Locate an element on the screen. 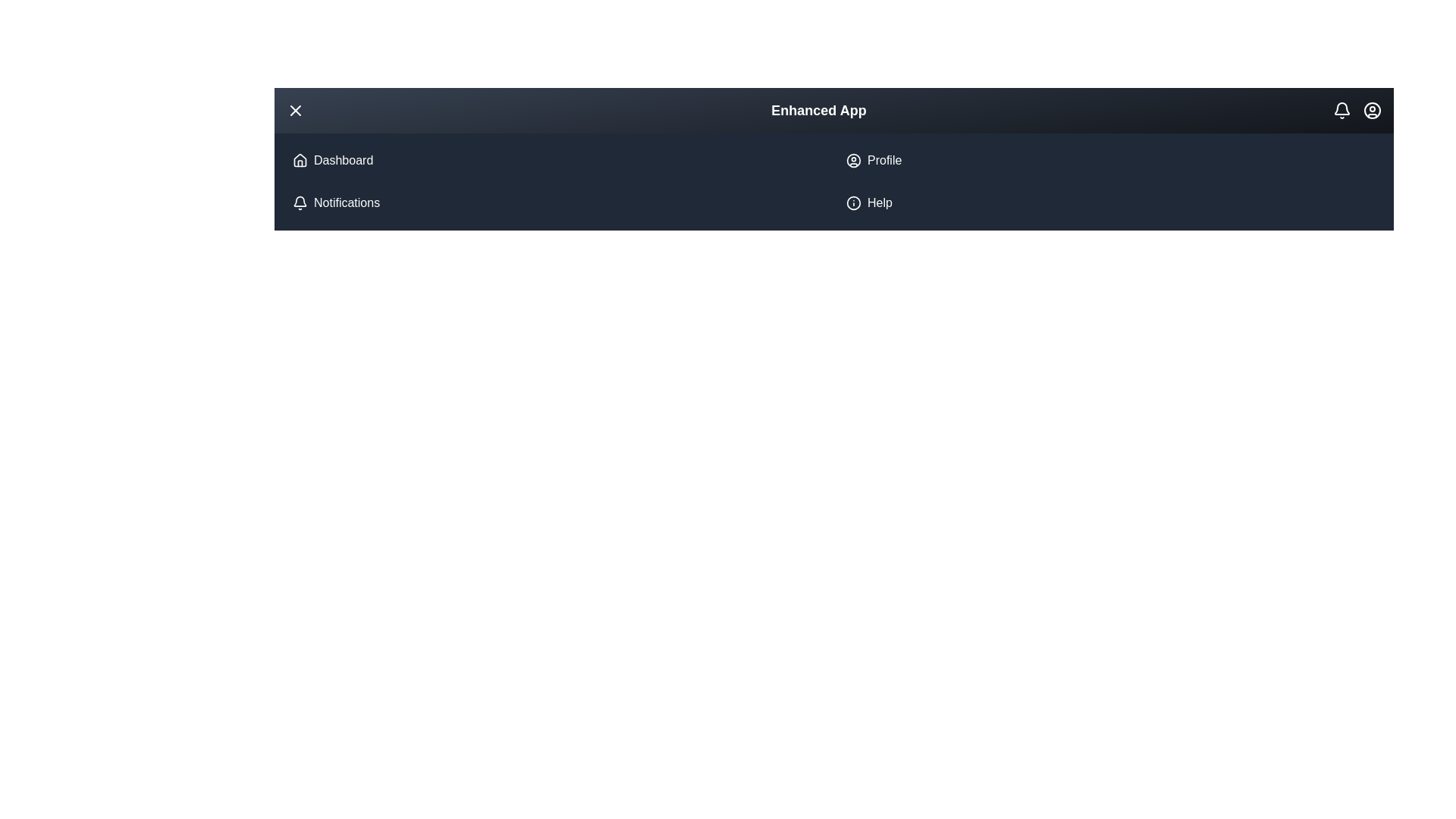 The image size is (1456, 819). the user profile icon in the top right corner is located at coordinates (1372, 110).